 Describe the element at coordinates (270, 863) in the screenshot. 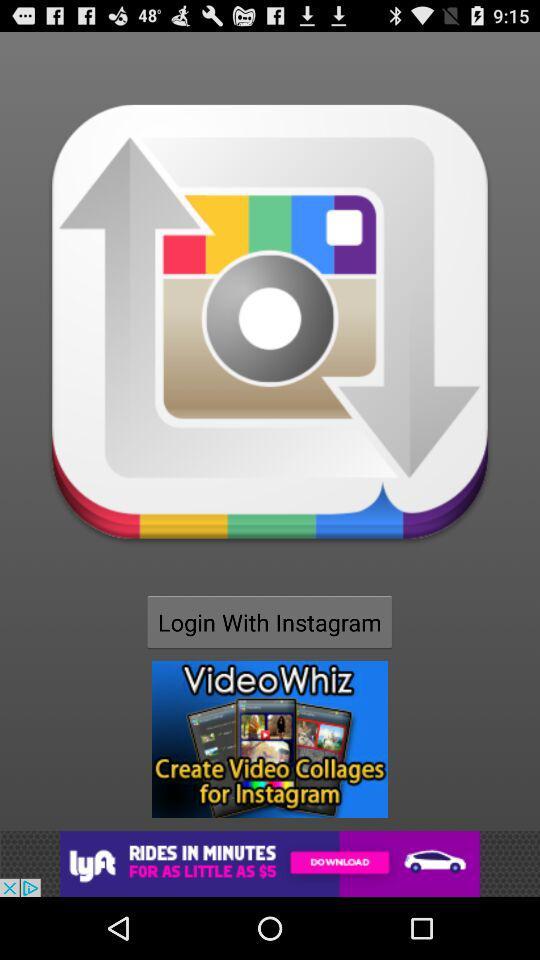

I see `navigate to advertisement site for lyft` at that location.